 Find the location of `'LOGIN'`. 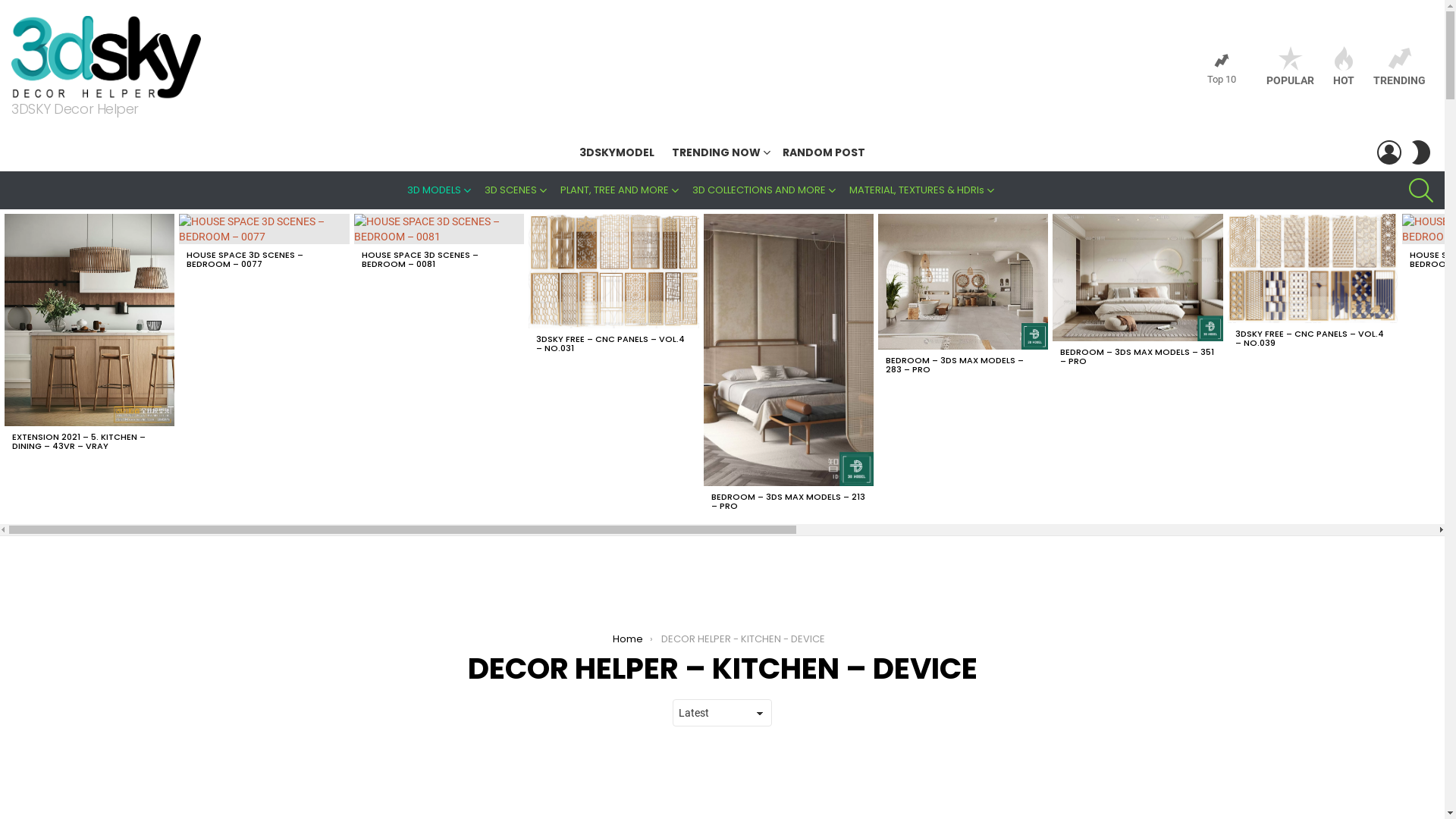

'LOGIN' is located at coordinates (1389, 152).